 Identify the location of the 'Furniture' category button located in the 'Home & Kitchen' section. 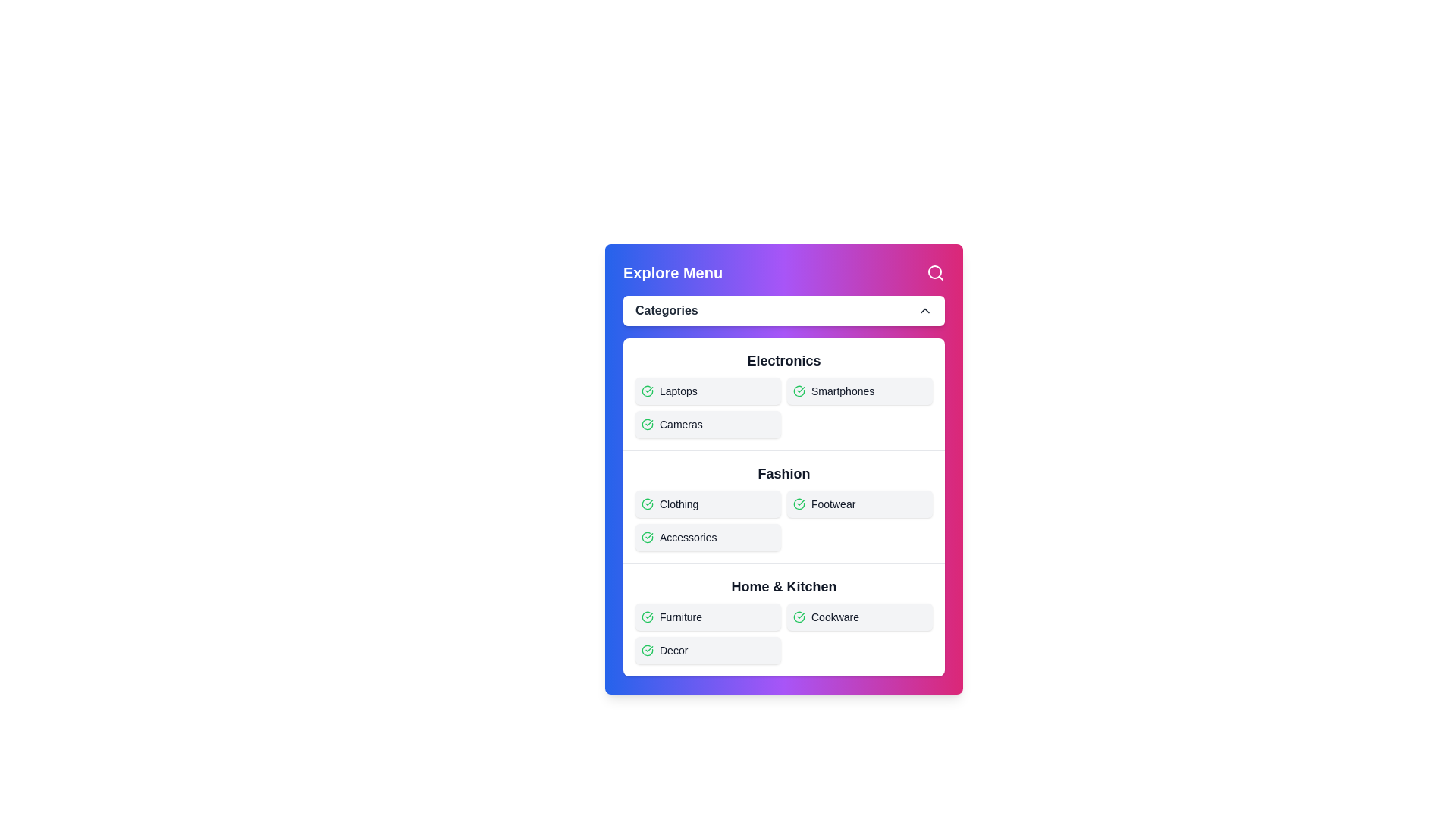
(708, 617).